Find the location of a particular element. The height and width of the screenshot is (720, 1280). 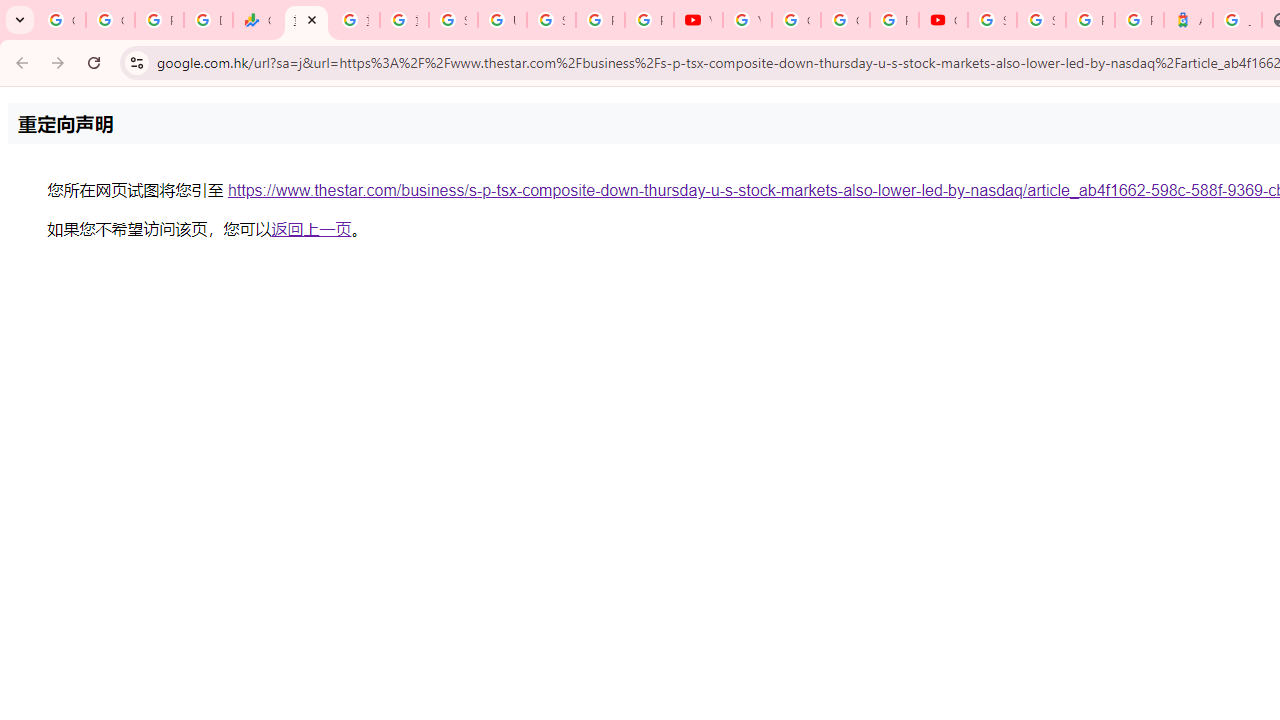

'Content Creator Programs & Opportunities - YouTube Creators' is located at coordinates (942, 20).